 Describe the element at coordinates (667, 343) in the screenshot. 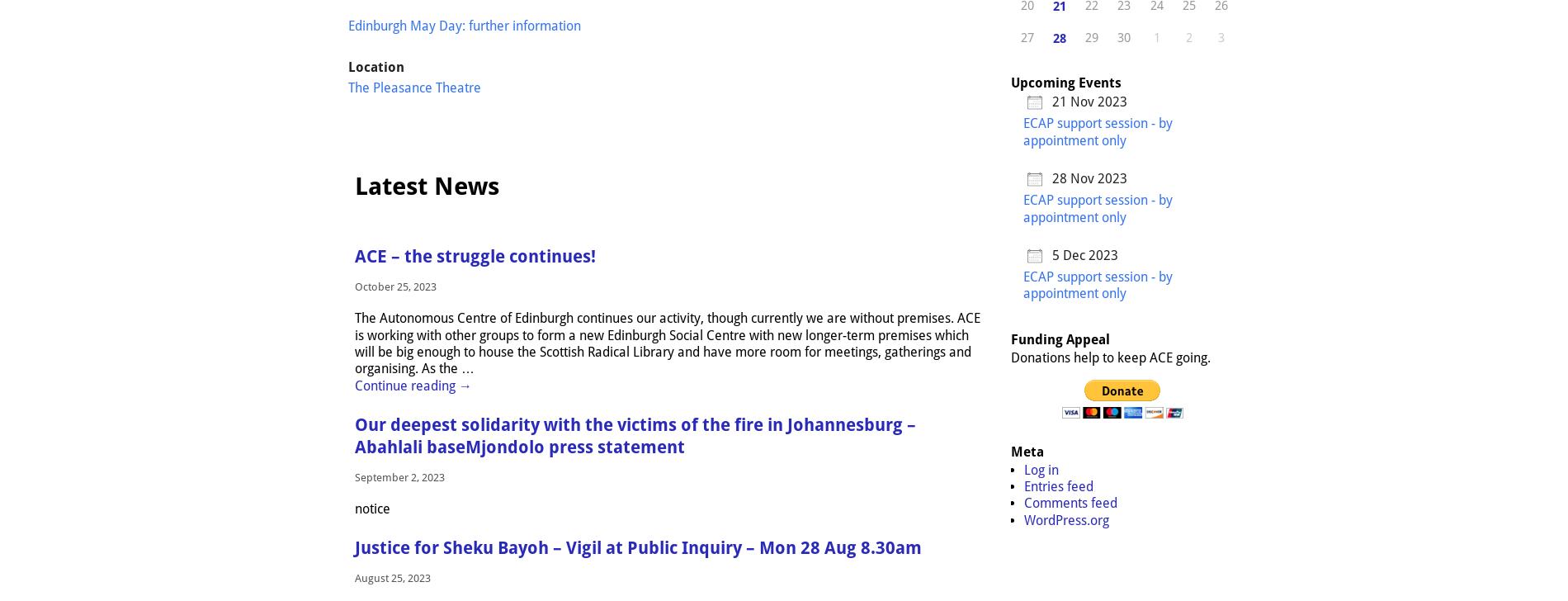

I see `'The Autonomous Centre of Edinburgh continues our activity, though currently we are without premises. ACE is working with other groups to form a new Edinburgh Social Centre with new longer-term premises which will be big enough to house the Scottish Radical Library and have more room for meetings, gatherings and organising. As the'` at that location.